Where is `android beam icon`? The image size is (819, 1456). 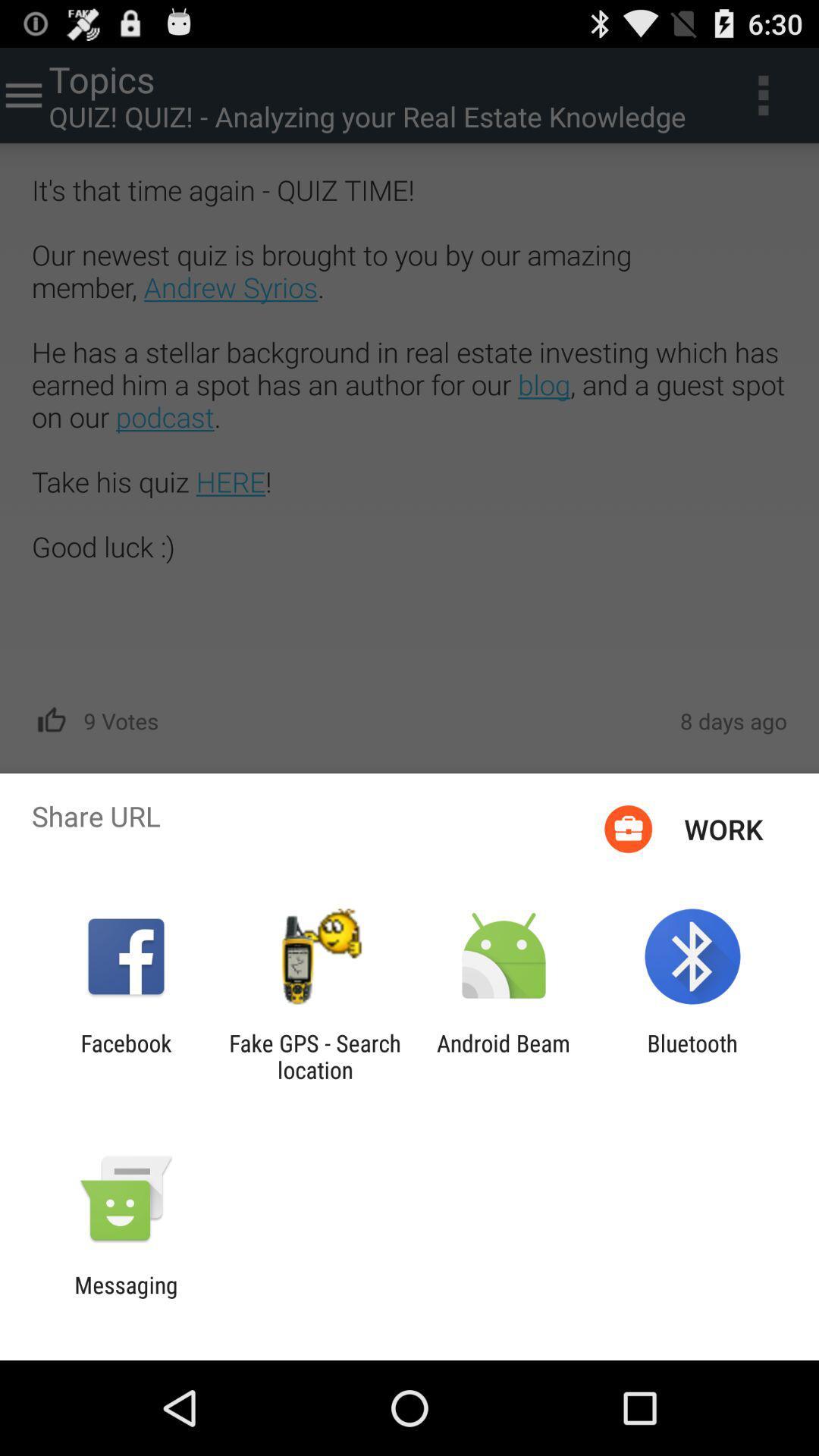
android beam icon is located at coordinates (504, 1056).